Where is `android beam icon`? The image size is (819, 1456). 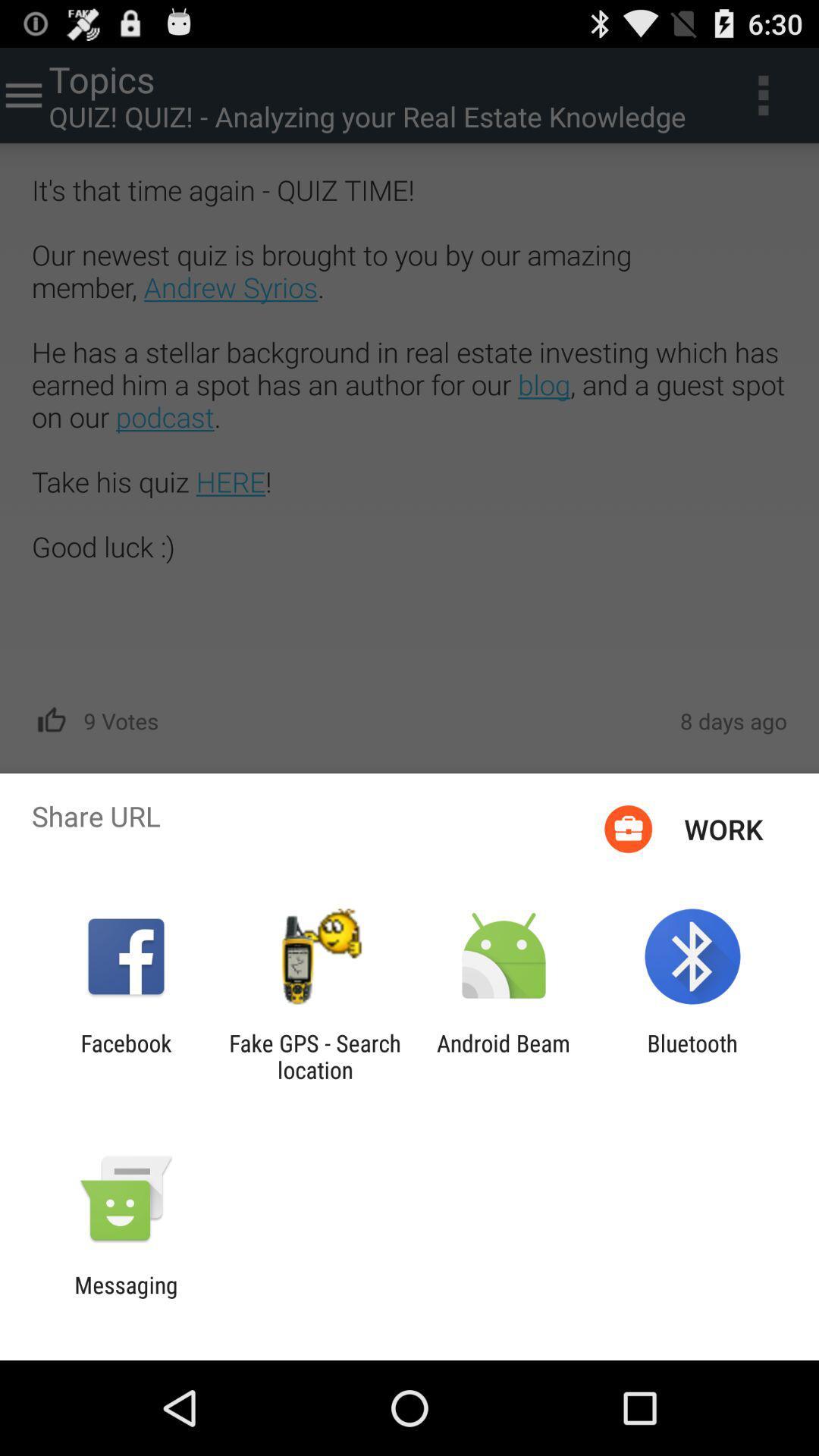
android beam icon is located at coordinates (504, 1056).